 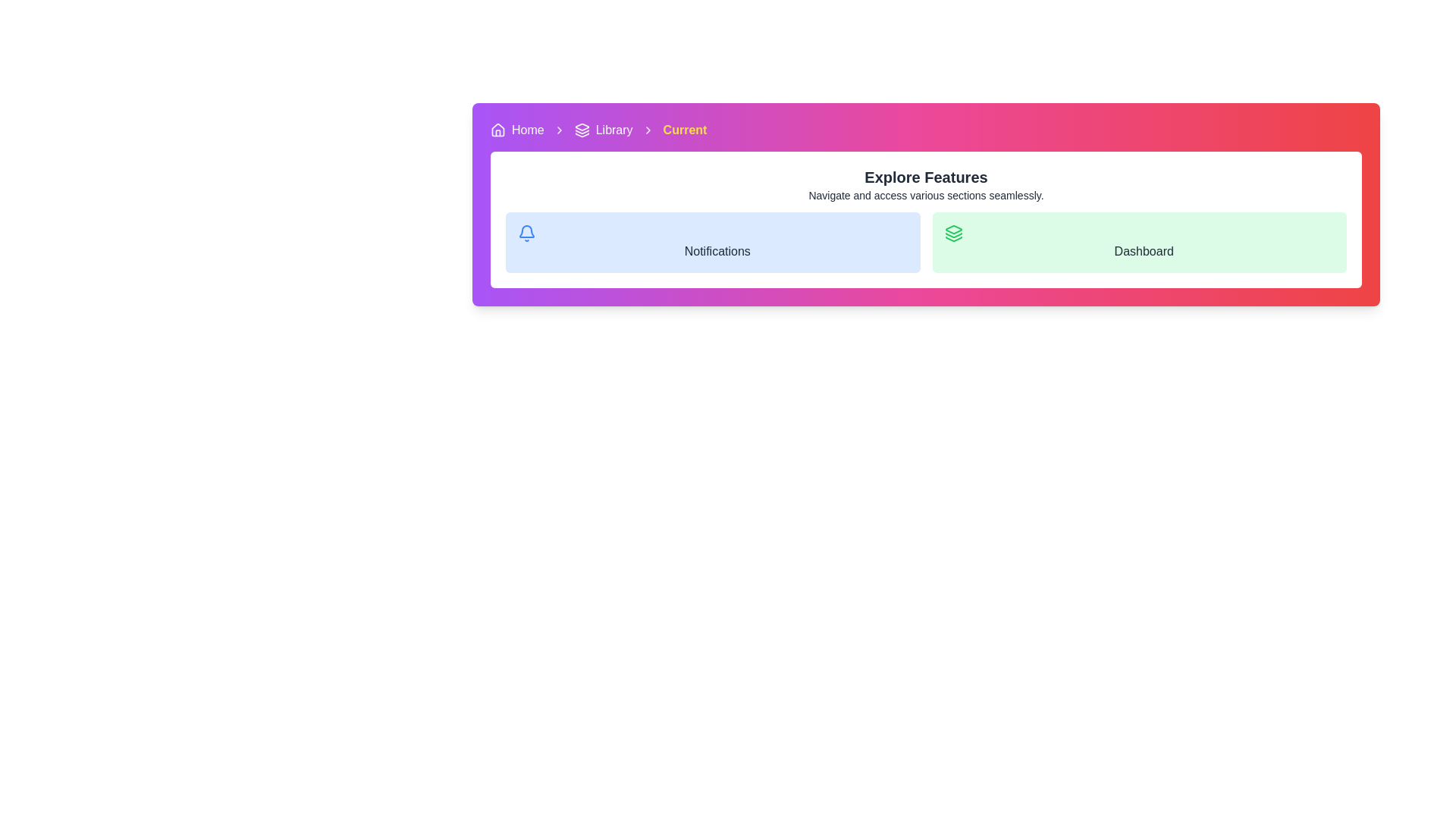 What do you see at coordinates (614, 130) in the screenshot?
I see `the hyperlink in the breadcrumb navigation bar, positioned between an icon and the label 'Current'` at bounding box center [614, 130].